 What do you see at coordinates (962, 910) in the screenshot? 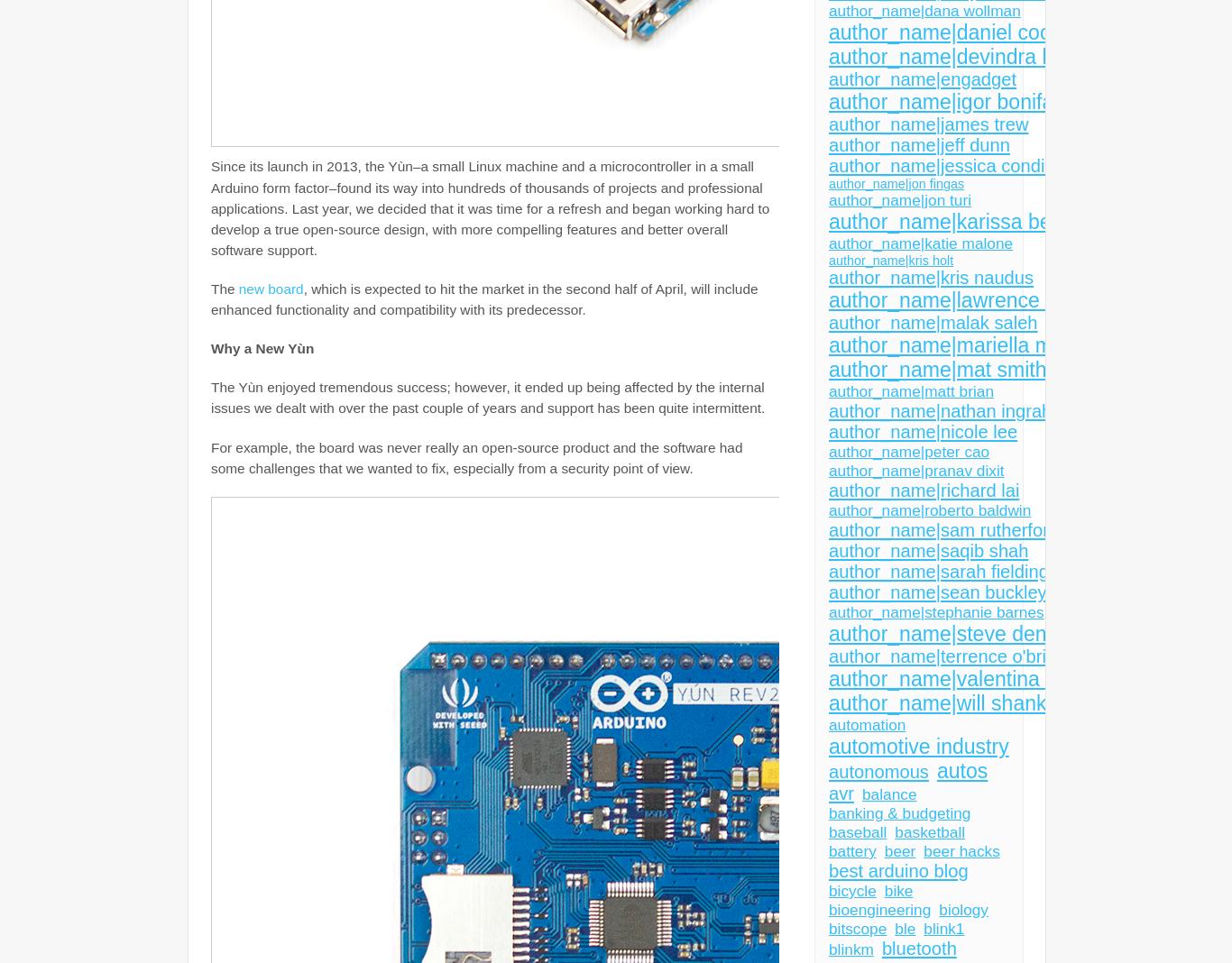
I see `'biology'` at bounding box center [962, 910].